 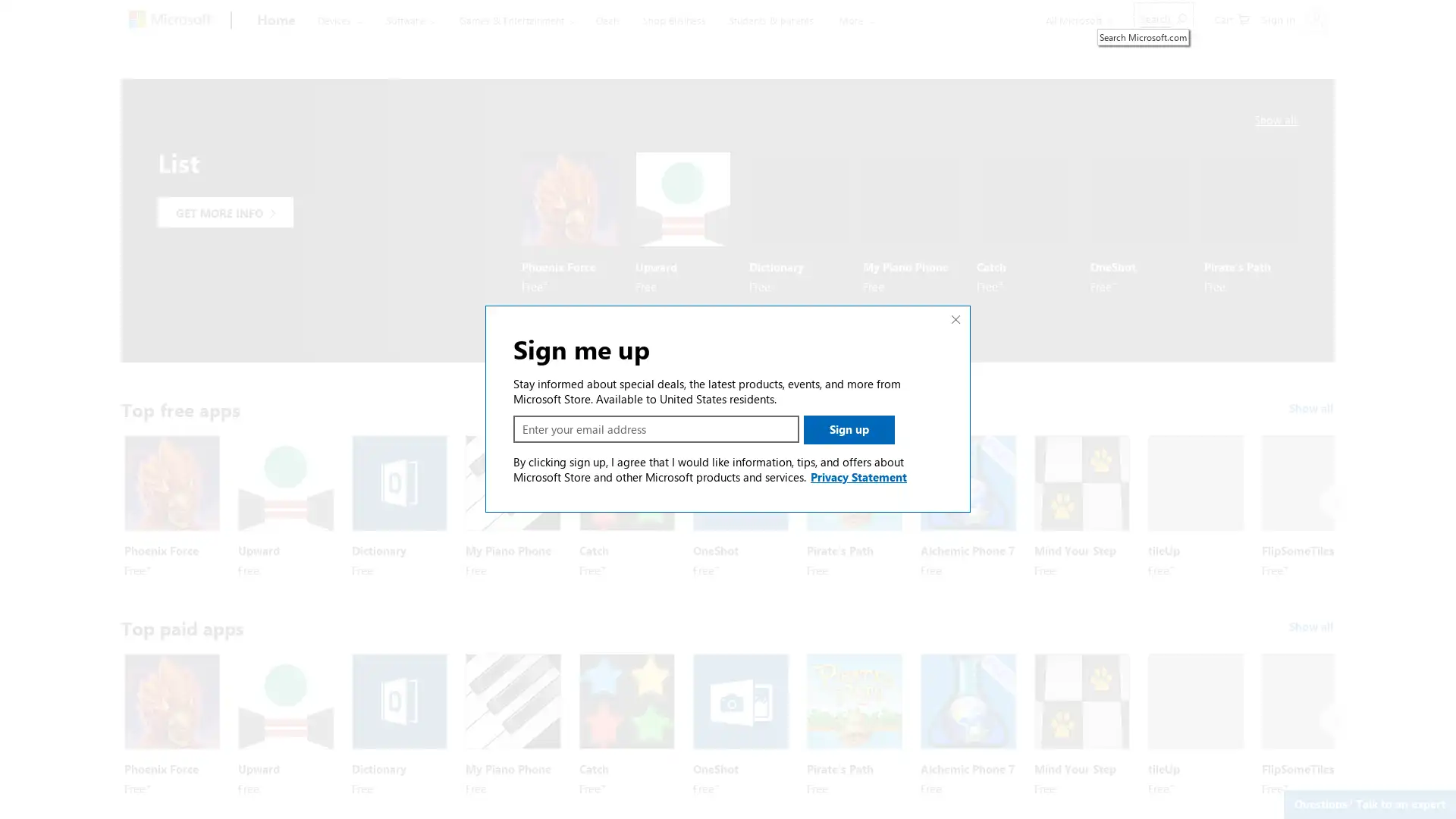 What do you see at coordinates (1163, 18) in the screenshot?
I see `Search Microsoft.com` at bounding box center [1163, 18].